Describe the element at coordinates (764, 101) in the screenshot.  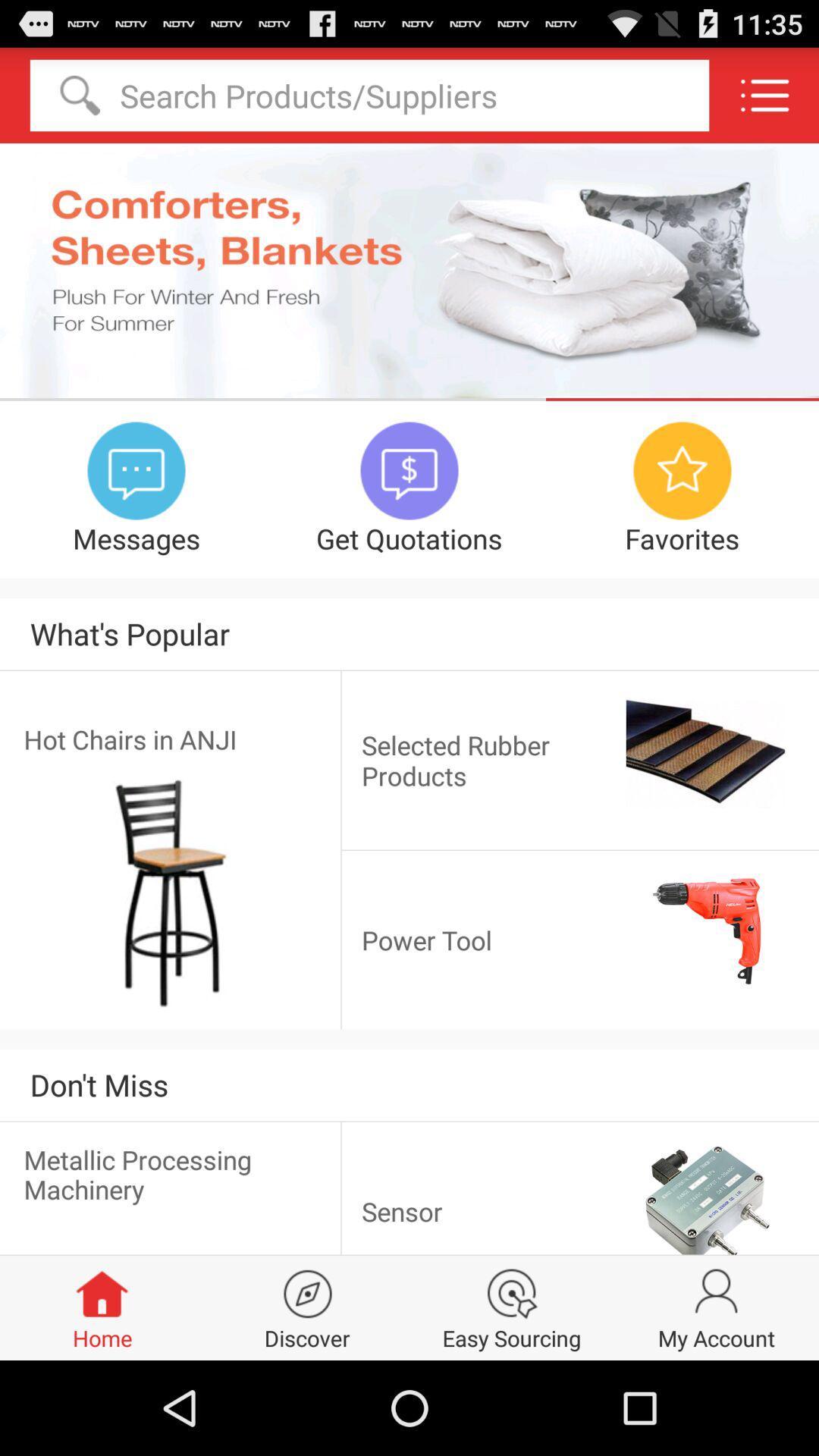
I see `the list icon` at that location.